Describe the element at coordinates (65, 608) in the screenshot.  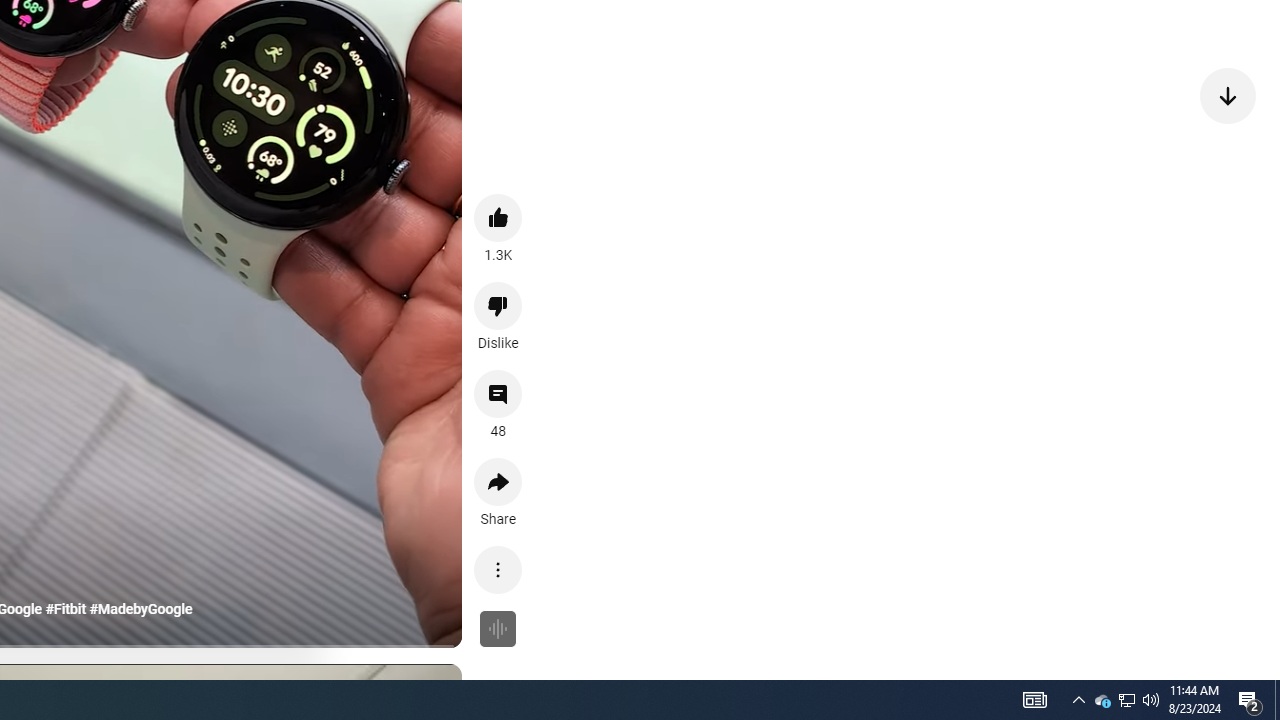
I see `'#Fitbit'` at that location.